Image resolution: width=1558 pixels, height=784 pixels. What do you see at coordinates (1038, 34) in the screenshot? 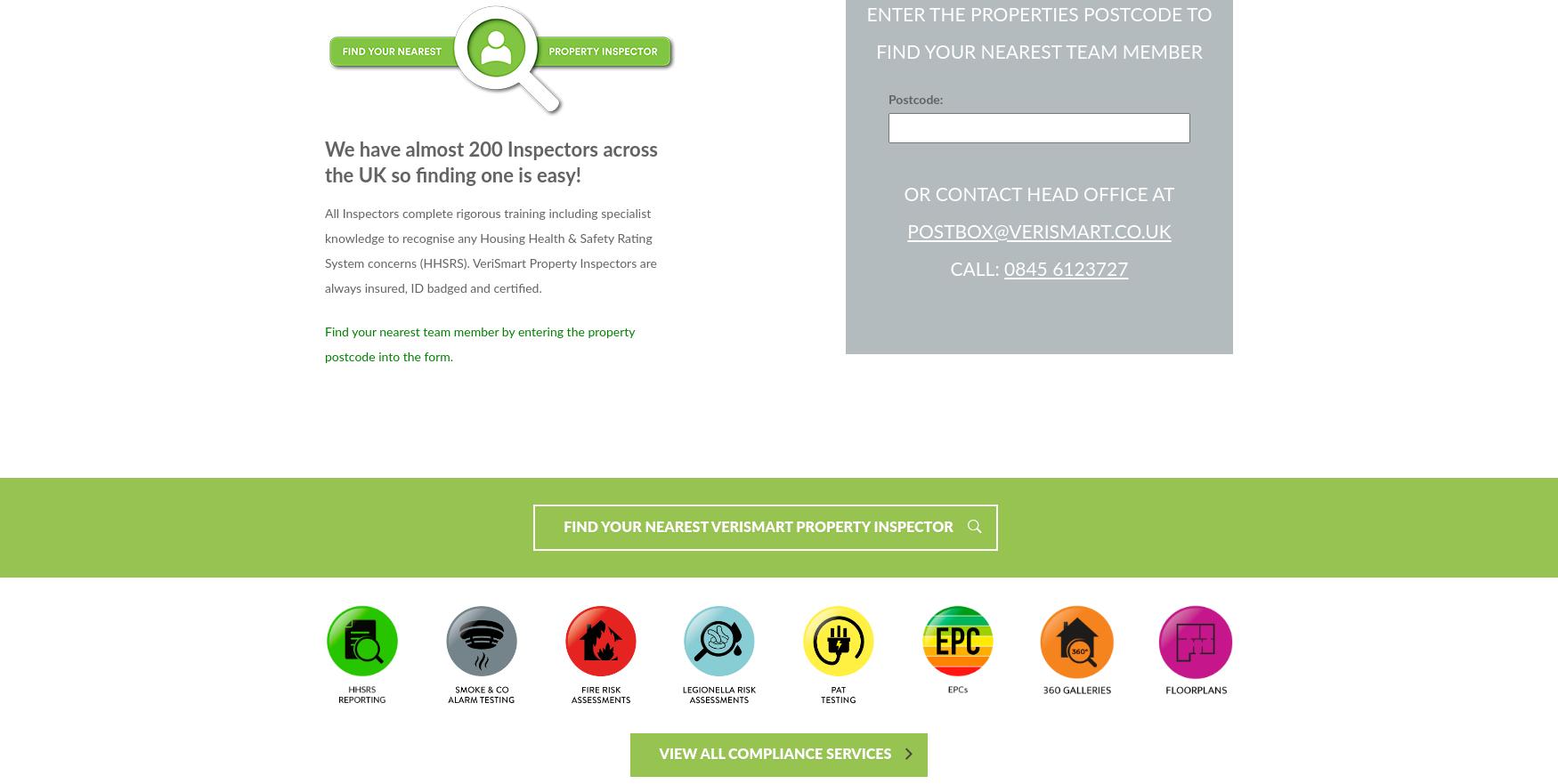
I see `'Enter the properties postcode to find your nearest team member'` at bounding box center [1038, 34].